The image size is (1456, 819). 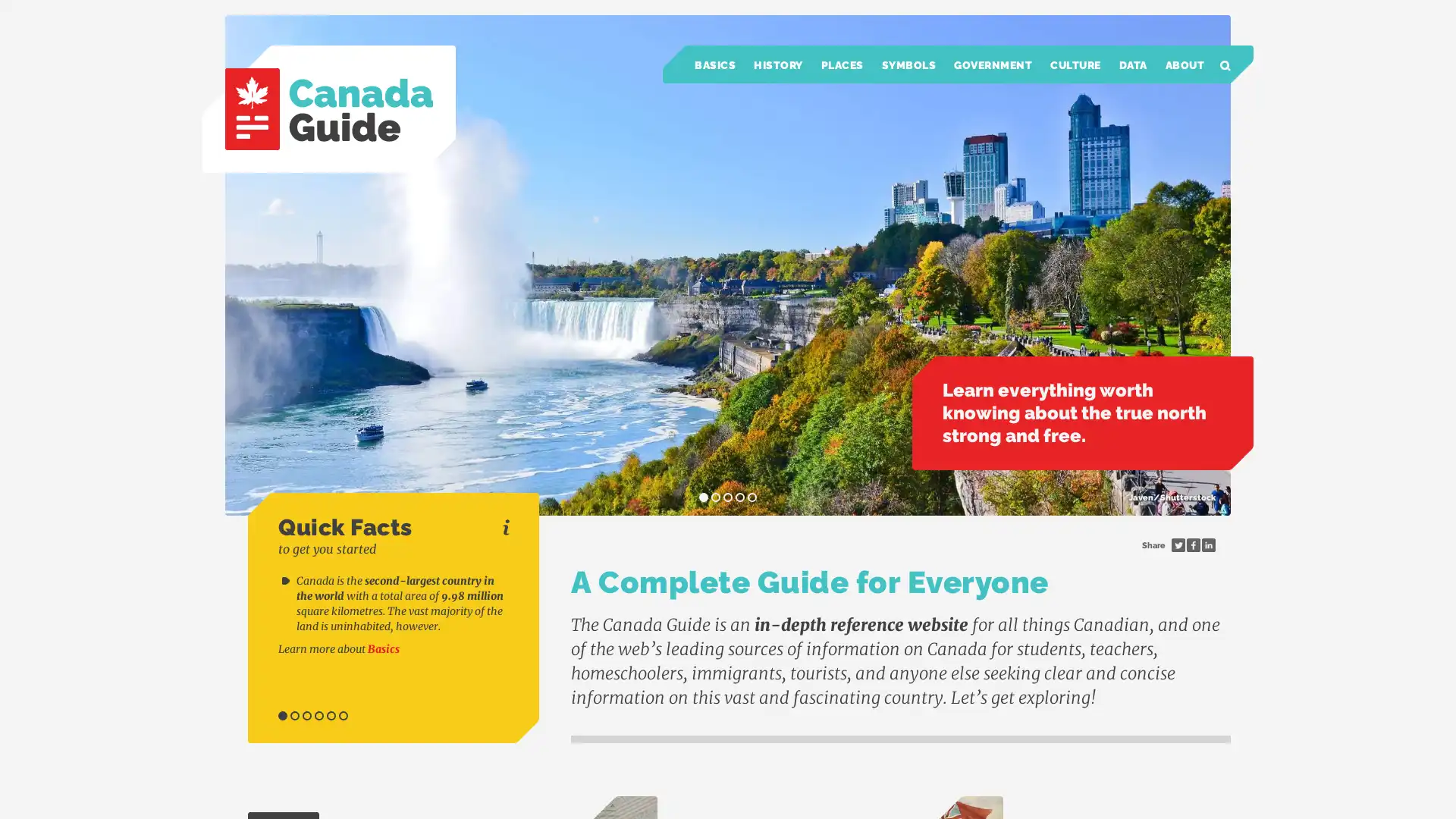 What do you see at coordinates (342, 716) in the screenshot?
I see `Go to slide 6` at bounding box center [342, 716].